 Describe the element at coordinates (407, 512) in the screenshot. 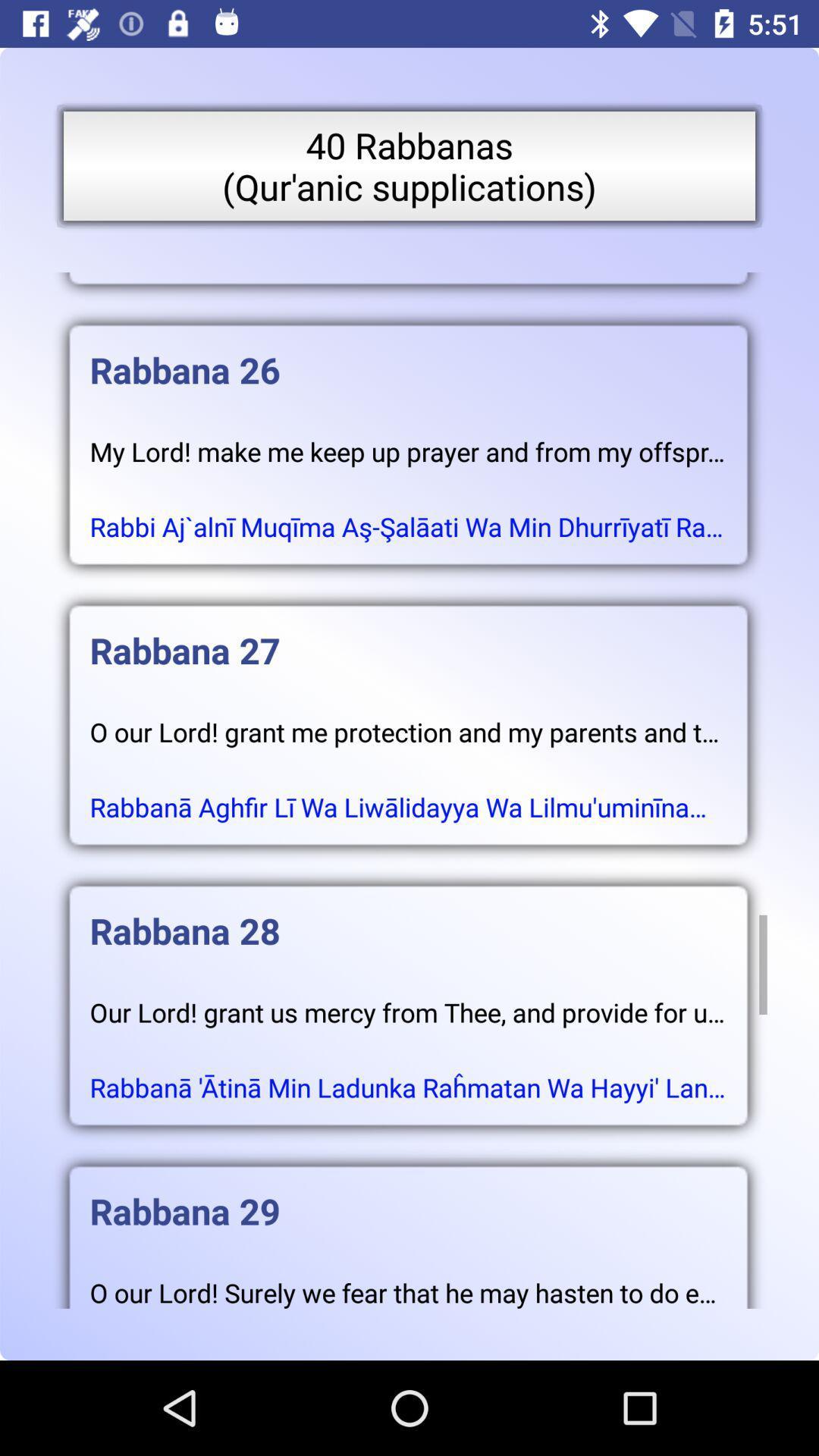

I see `the item above the rabbana 27 icon` at that location.